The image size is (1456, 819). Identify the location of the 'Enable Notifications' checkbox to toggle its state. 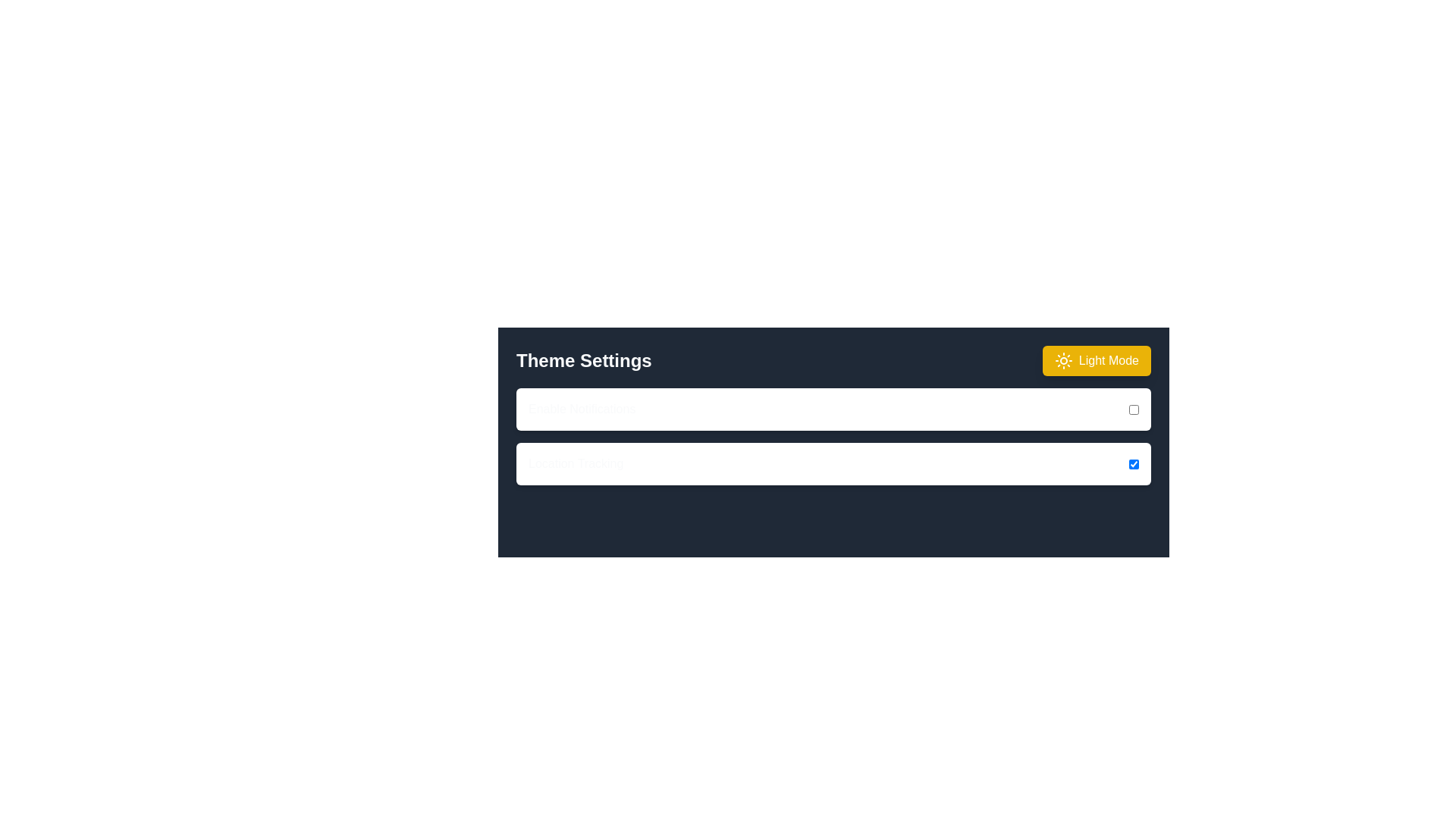
(1134, 409).